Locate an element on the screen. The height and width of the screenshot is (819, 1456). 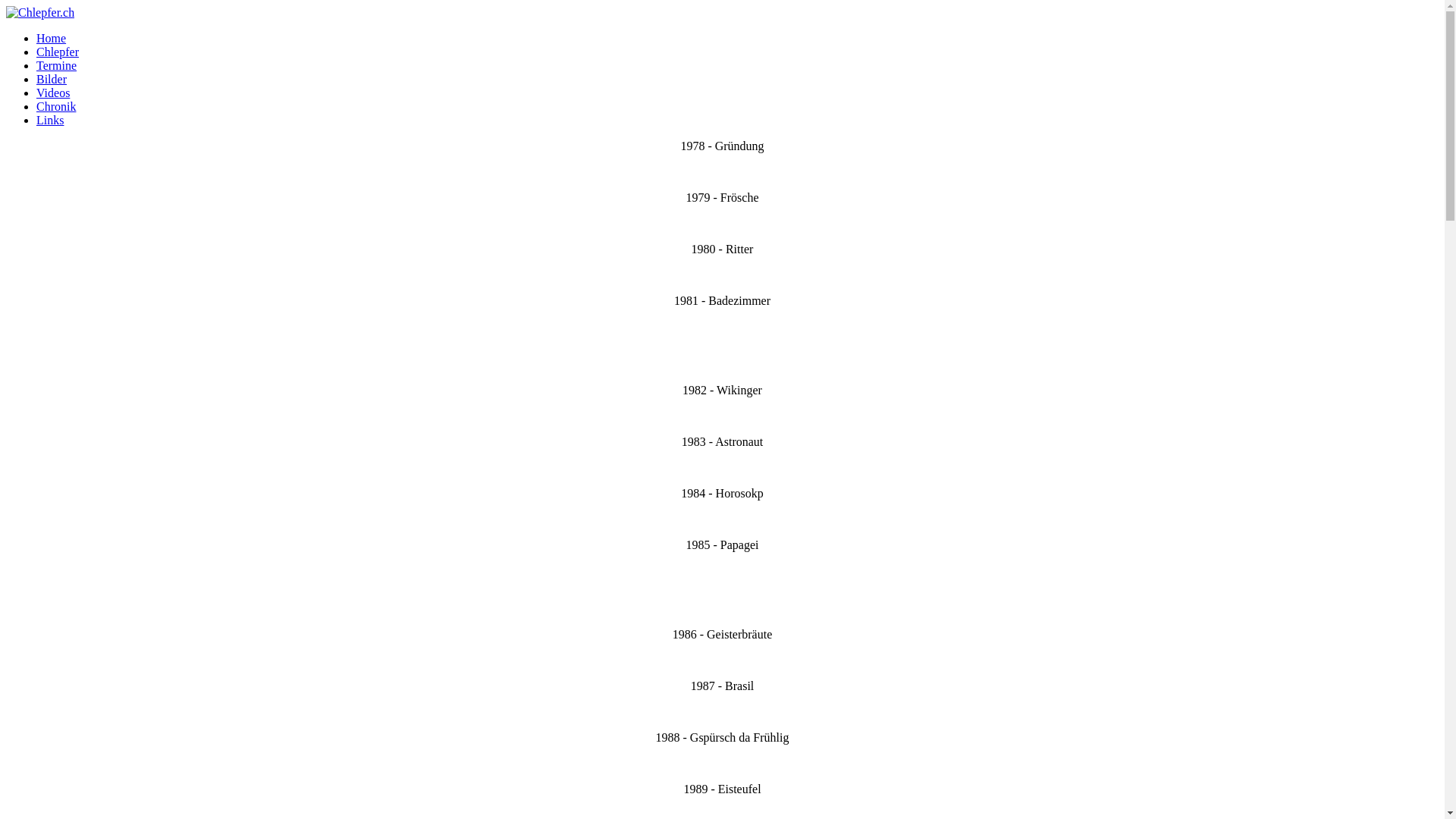
'Bilder' is located at coordinates (51, 79).